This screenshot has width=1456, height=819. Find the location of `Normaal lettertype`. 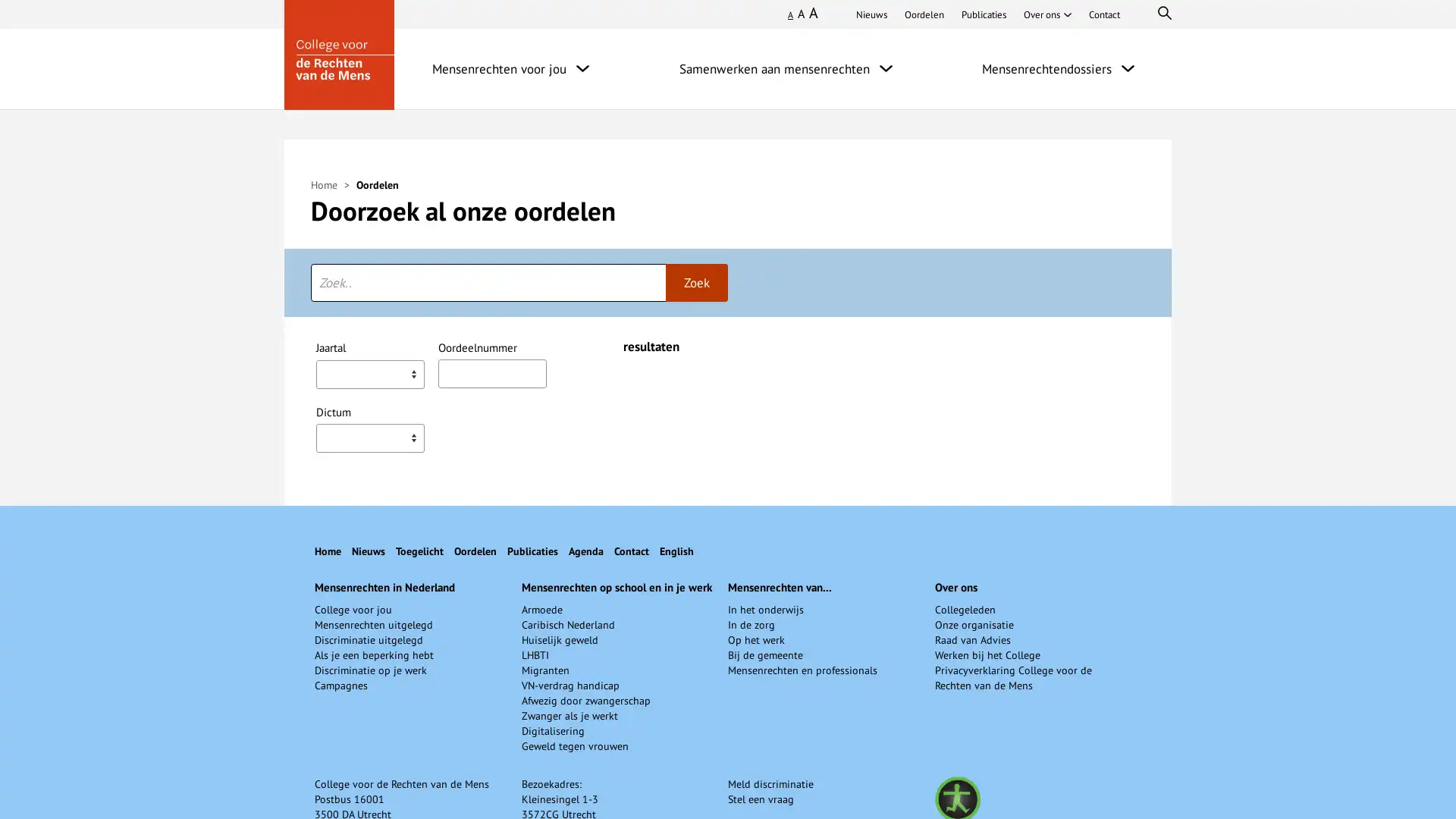

Normaal lettertype is located at coordinates (800, 14).